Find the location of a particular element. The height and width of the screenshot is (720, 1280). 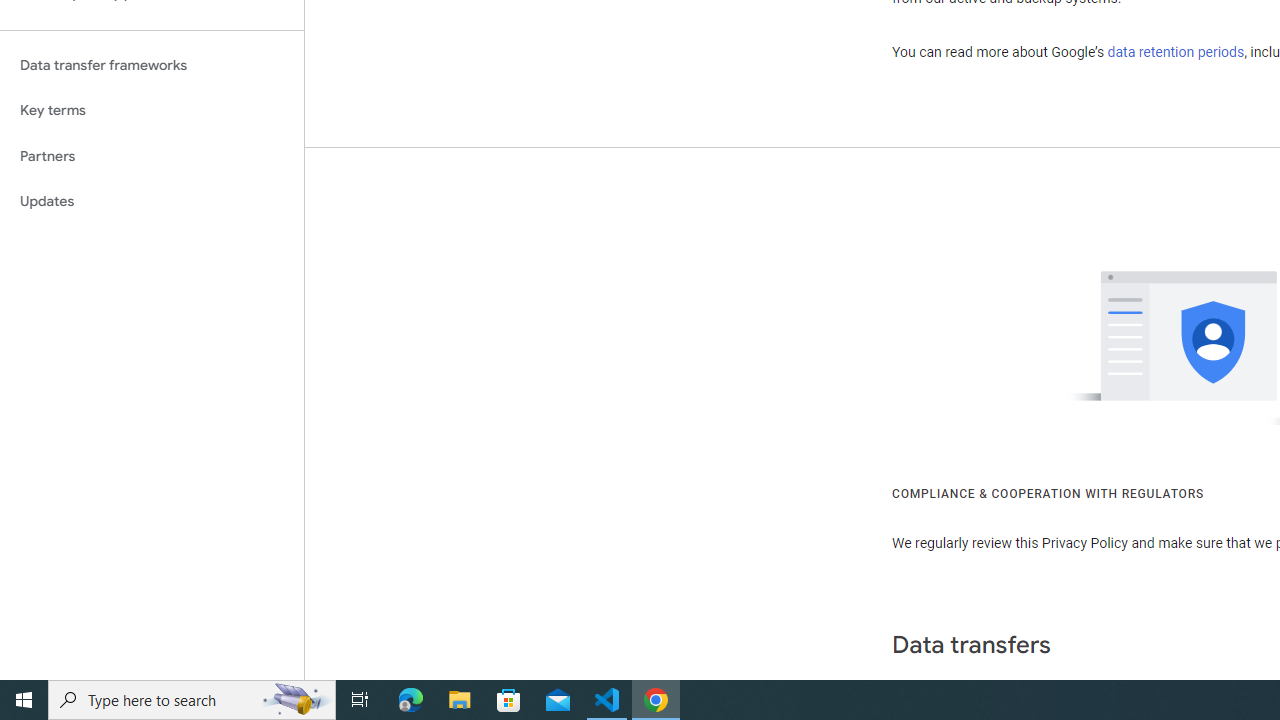

'data retention periods' is located at coordinates (1176, 51).